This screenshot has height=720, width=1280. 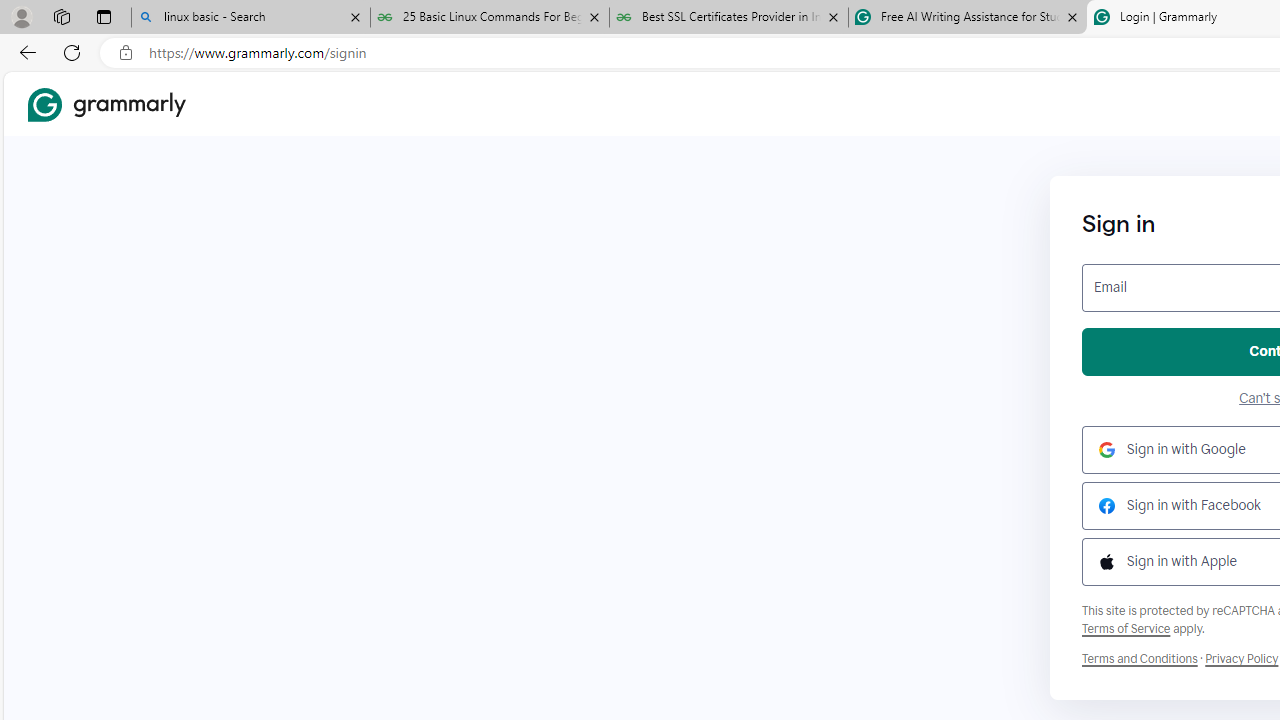 I want to click on 'linux basic - Search', so click(x=249, y=17).